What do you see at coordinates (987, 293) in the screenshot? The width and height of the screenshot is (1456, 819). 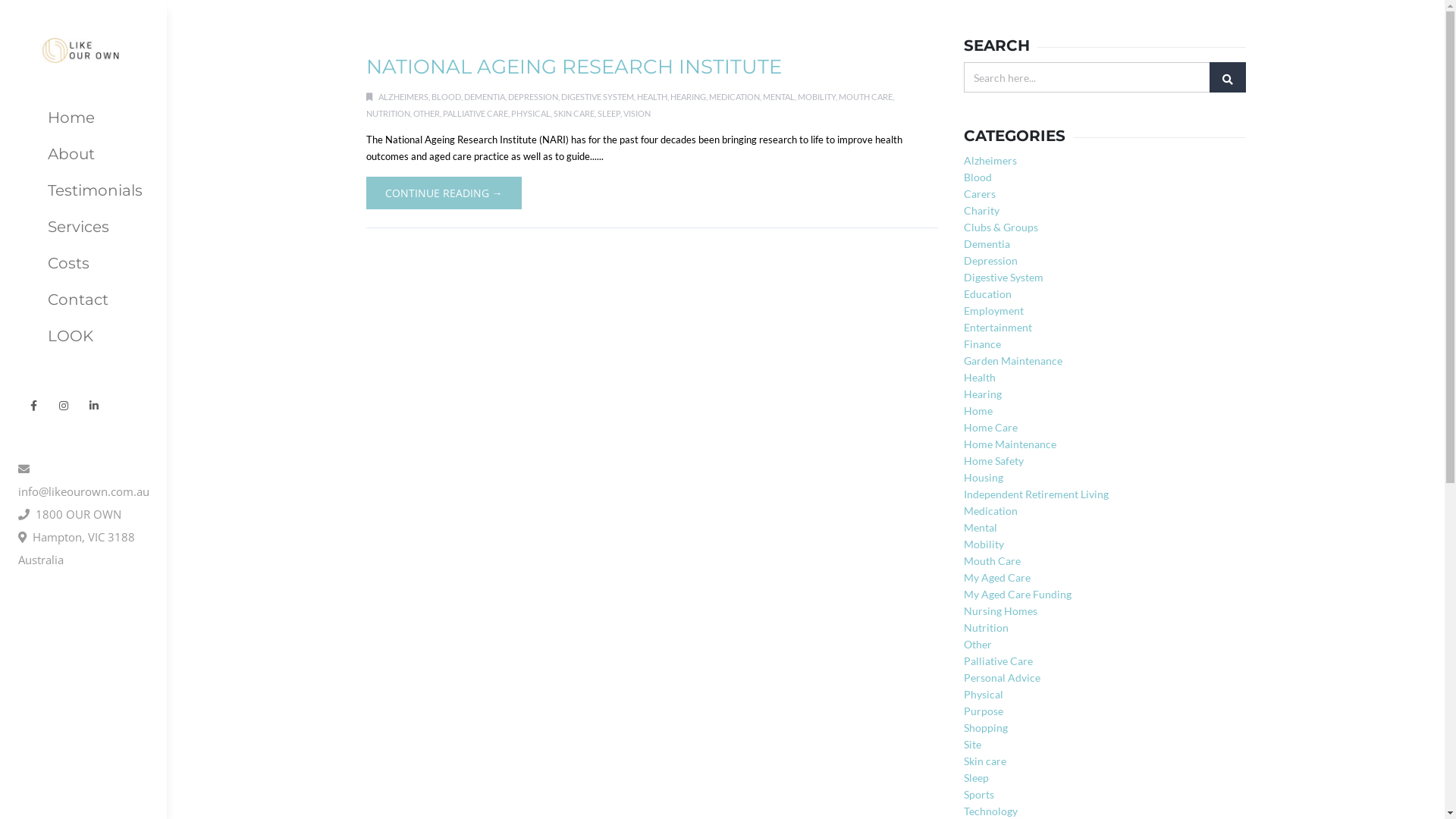 I see `'Education'` at bounding box center [987, 293].